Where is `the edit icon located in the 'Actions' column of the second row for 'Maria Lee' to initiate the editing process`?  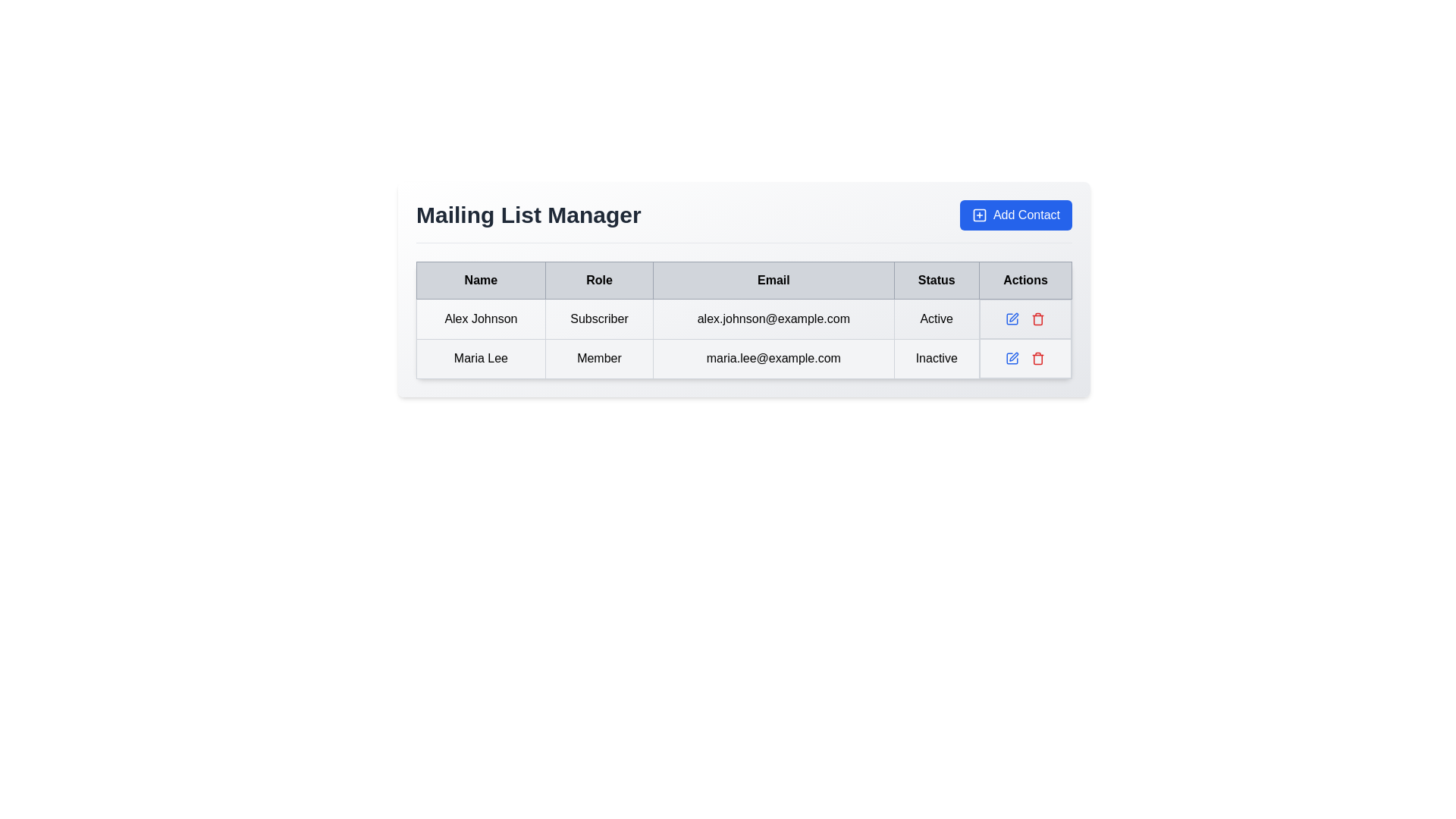 the edit icon located in the 'Actions' column of the second row for 'Maria Lee' to initiate the editing process is located at coordinates (1014, 315).